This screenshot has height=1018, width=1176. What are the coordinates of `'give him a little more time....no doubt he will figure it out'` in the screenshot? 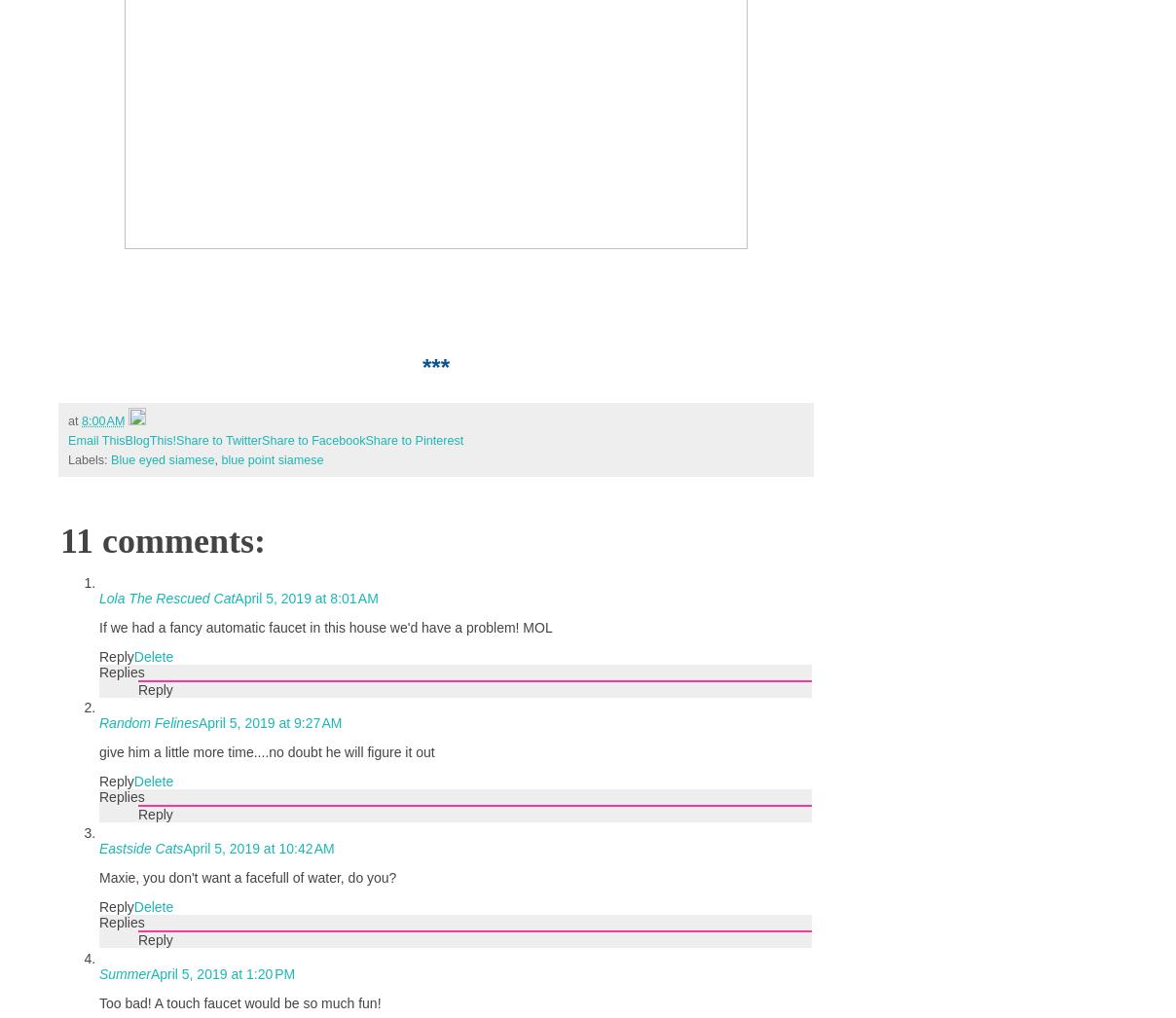 It's located at (266, 750).